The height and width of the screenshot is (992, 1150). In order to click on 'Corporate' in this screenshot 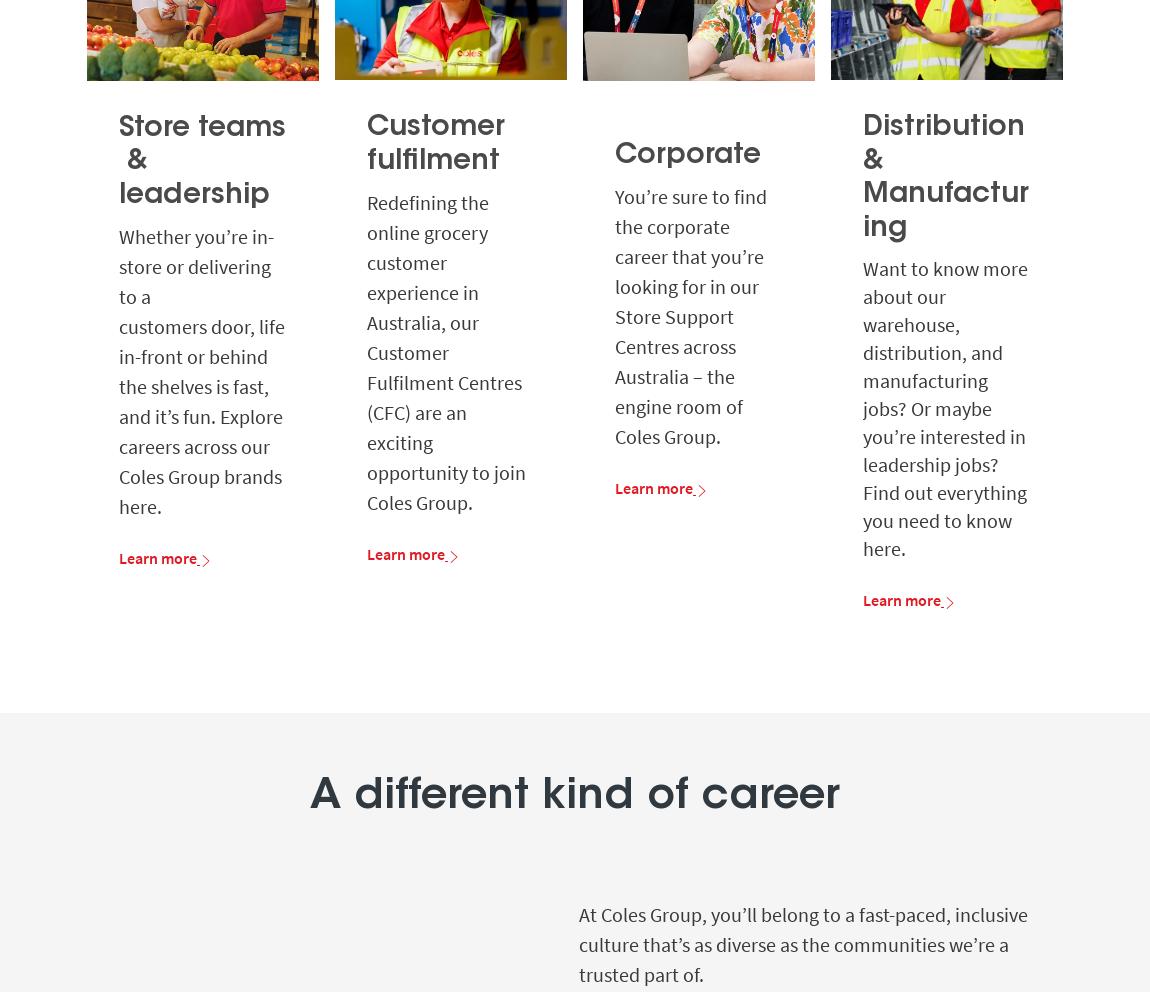, I will do `click(687, 154)`.